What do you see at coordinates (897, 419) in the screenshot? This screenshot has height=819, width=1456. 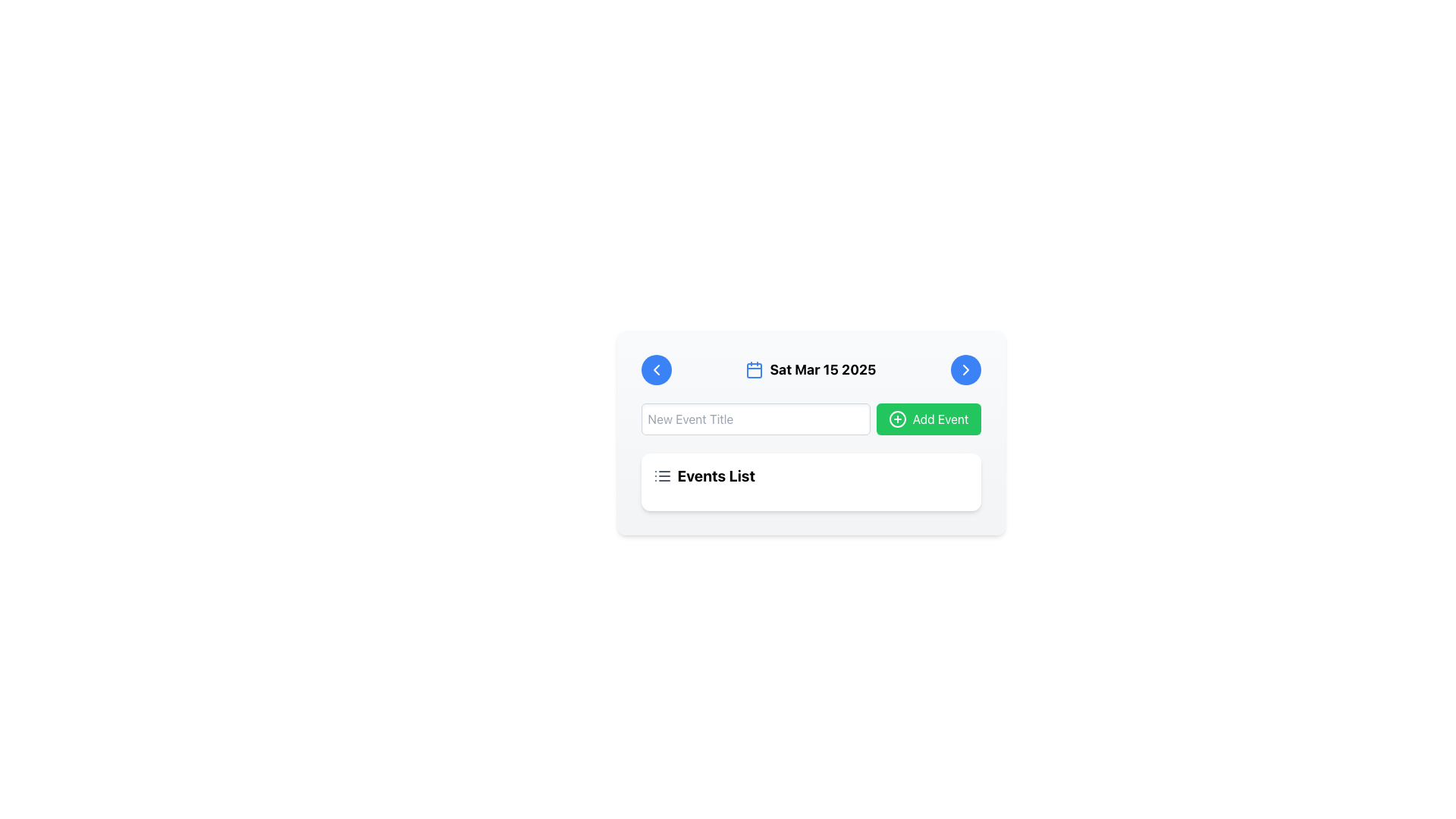 I see `the SVG circle element that visually indicates the 'add' action functionality for the 'Add Event' button, located to the right of the 'New Event Title' input field` at bounding box center [897, 419].